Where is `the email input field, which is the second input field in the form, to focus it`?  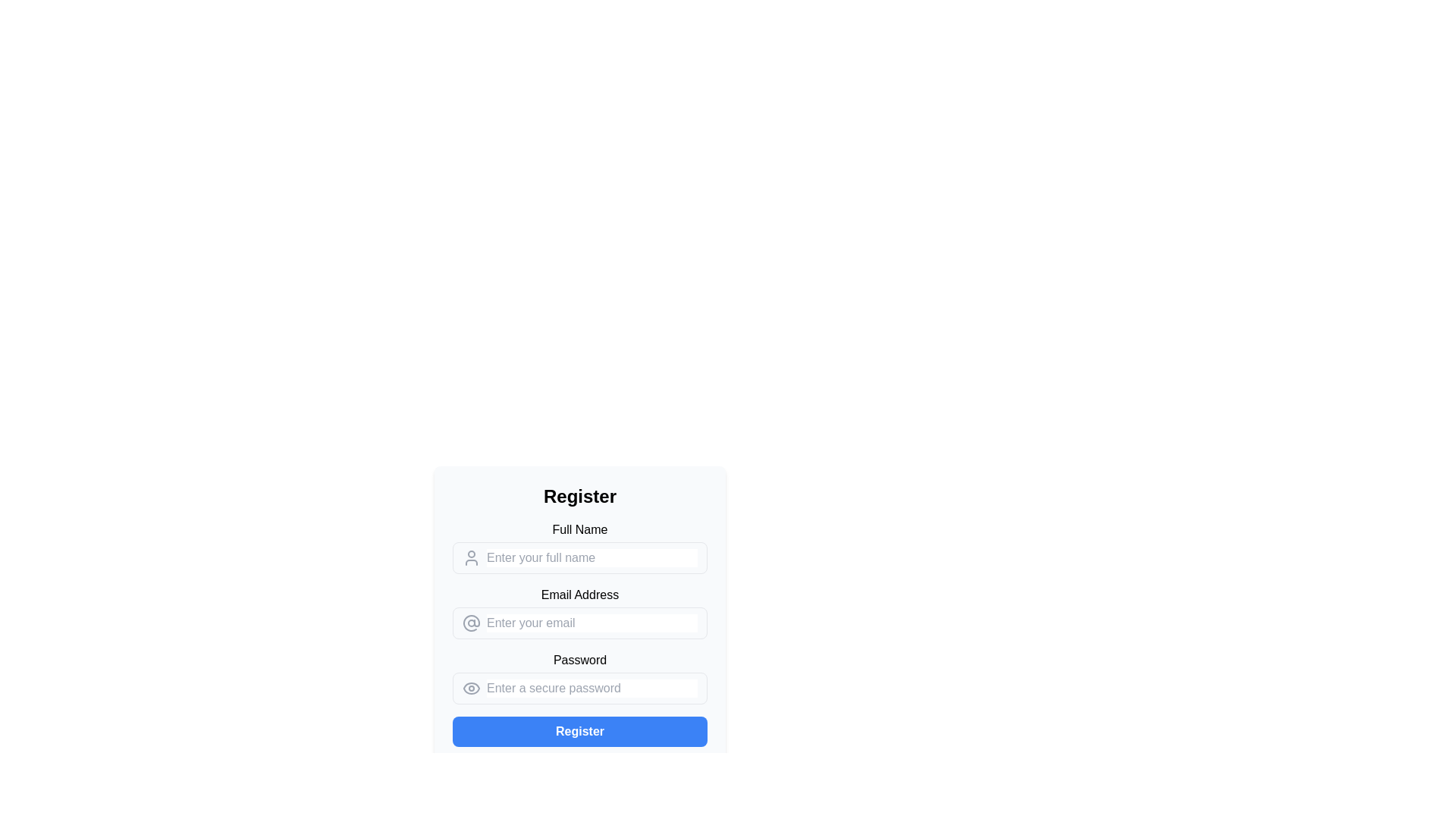 the email input field, which is the second input field in the form, to focus it is located at coordinates (579, 616).